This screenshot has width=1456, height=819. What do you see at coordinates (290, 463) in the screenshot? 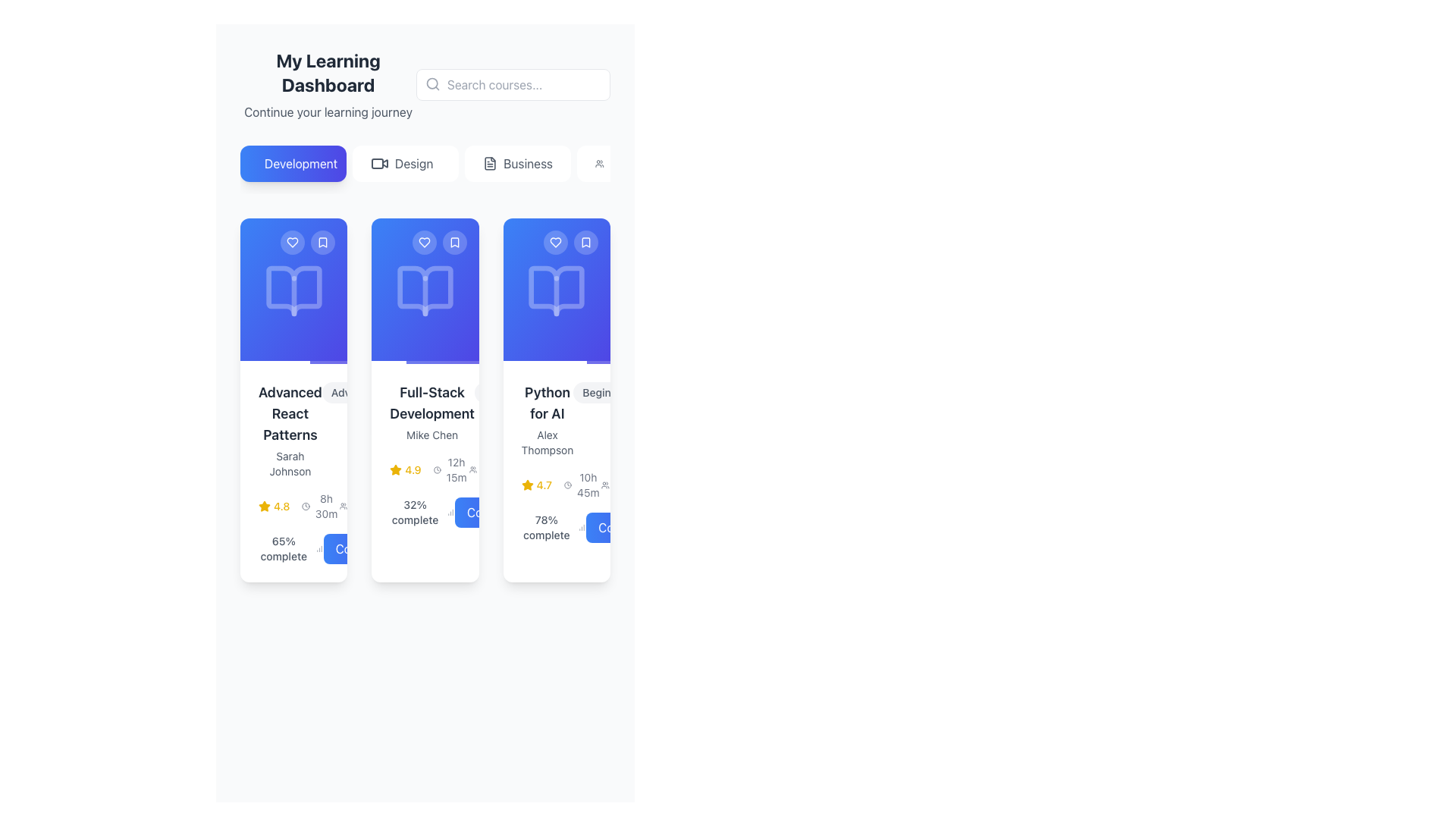
I see `the Text label displaying the author's name associated with the 'Advanced React Patterns' course, located directly underneath the course title in the first column of the grid layout` at bounding box center [290, 463].